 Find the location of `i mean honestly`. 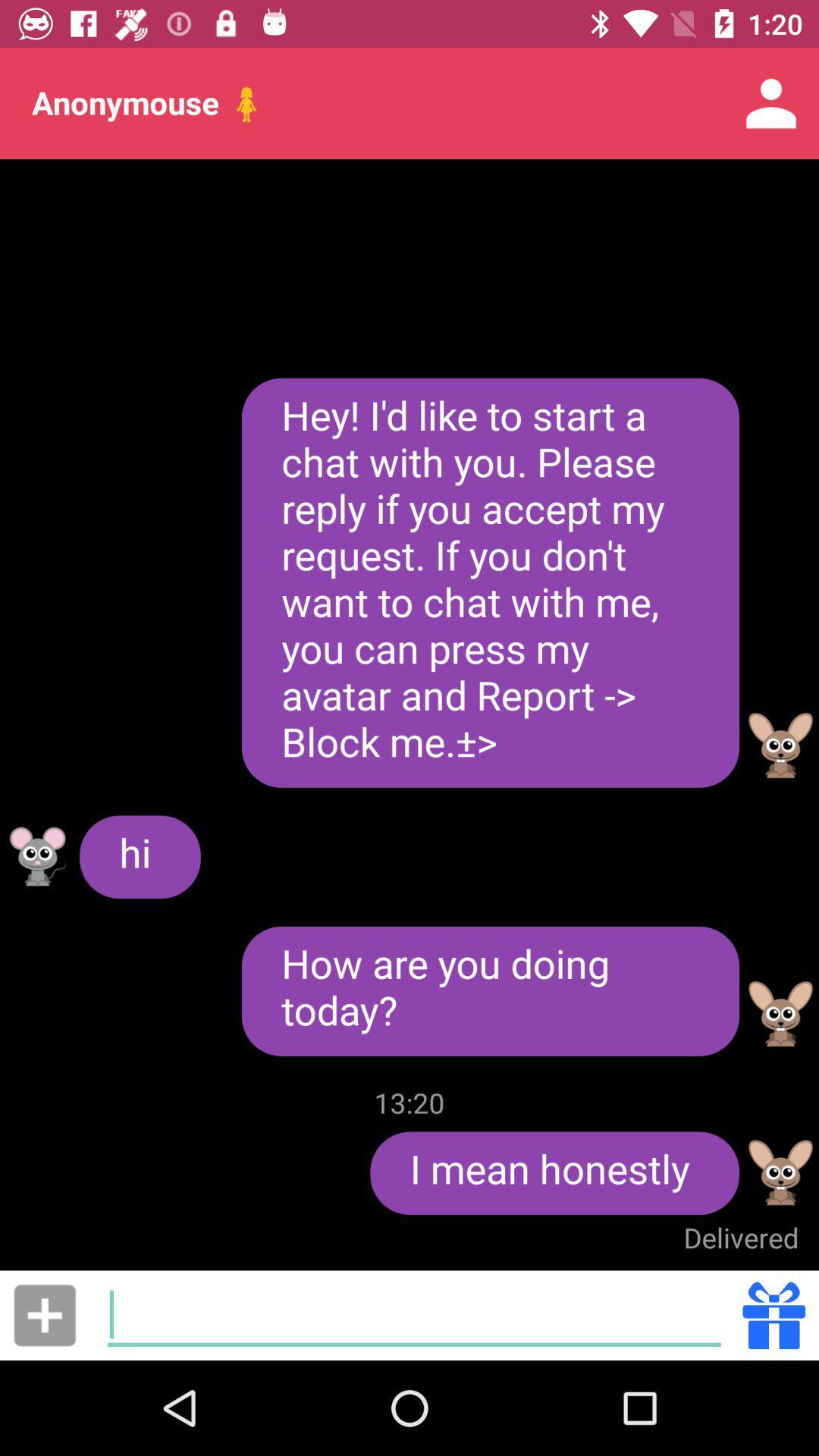

i mean honestly is located at coordinates (554, 1172).